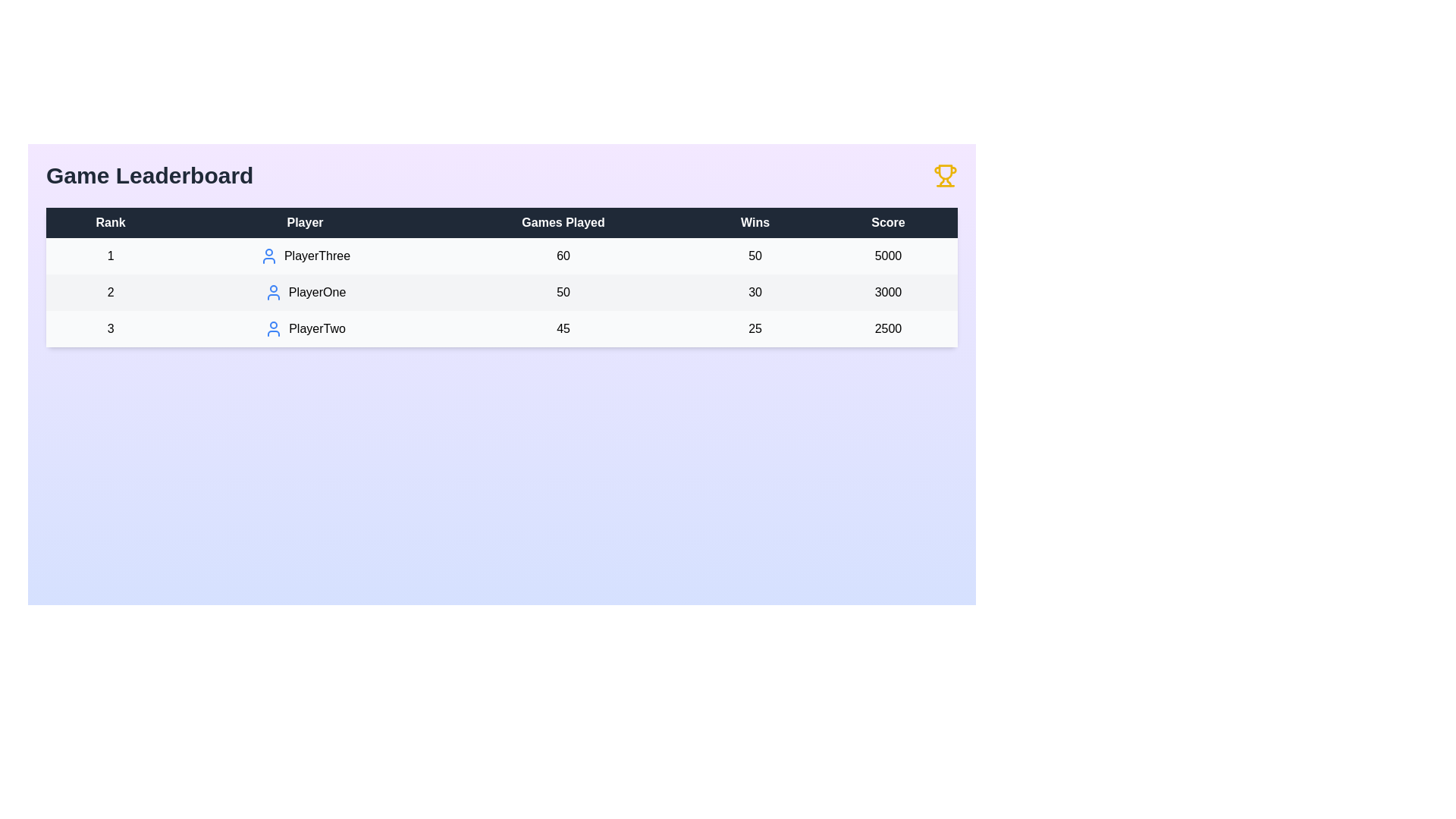 The height and width of the screenshot is (819, 1456). I want to click on text content of the Text Label displaying the number '30' in bold black text, located in the third column of the second row in the 'Game Leaderboard' table, so click(755, 292).